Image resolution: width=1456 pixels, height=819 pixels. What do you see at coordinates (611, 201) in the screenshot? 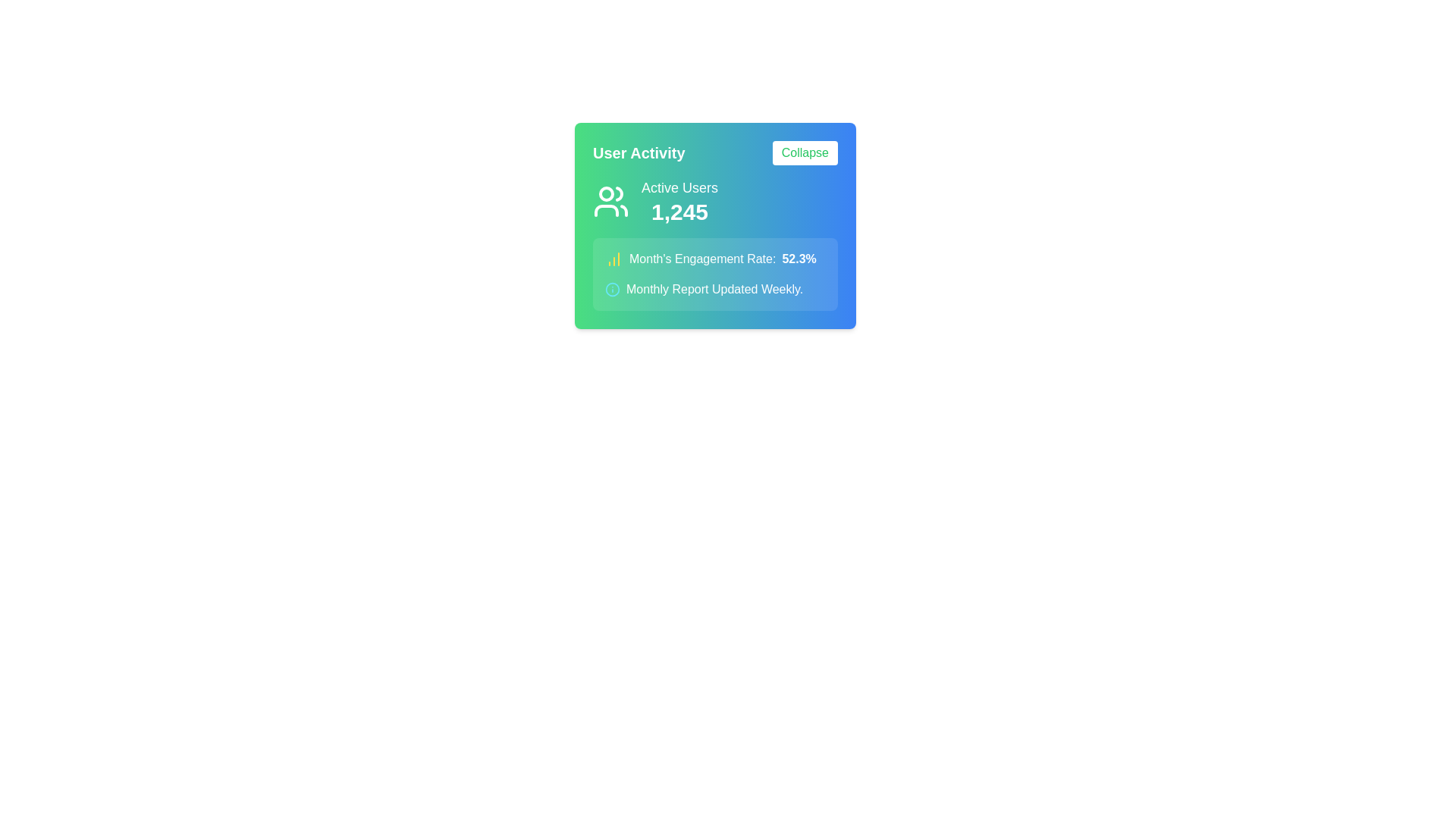
I see `the icon styled as an outline of a group of people, which is white and located against a green gradient background, positioned in the 'User Activity' card to the left of the 'Active Users' text` at bounding box center [611, 201].